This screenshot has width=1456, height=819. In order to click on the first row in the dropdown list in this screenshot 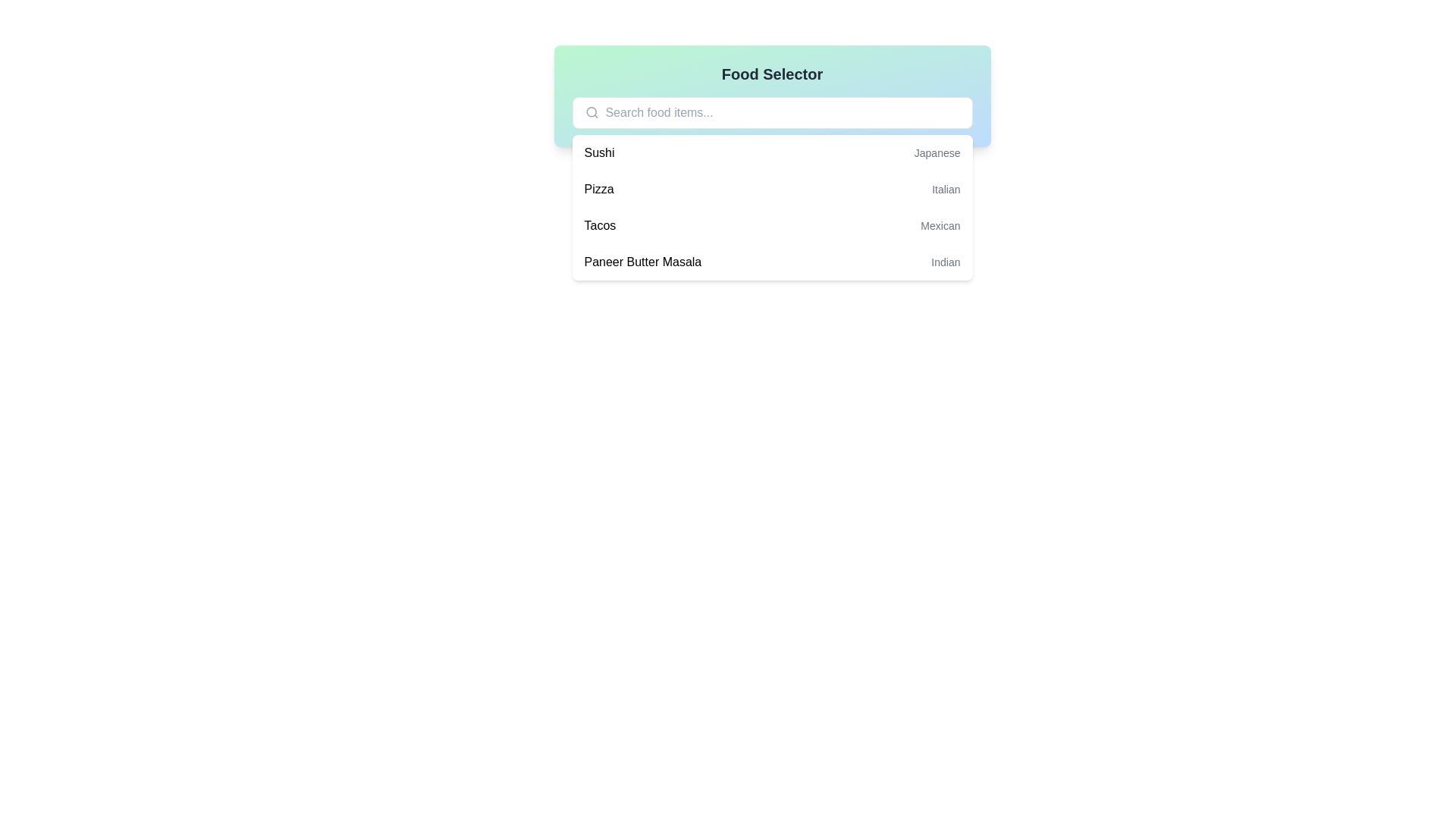, I will do `click(772, 152)`.